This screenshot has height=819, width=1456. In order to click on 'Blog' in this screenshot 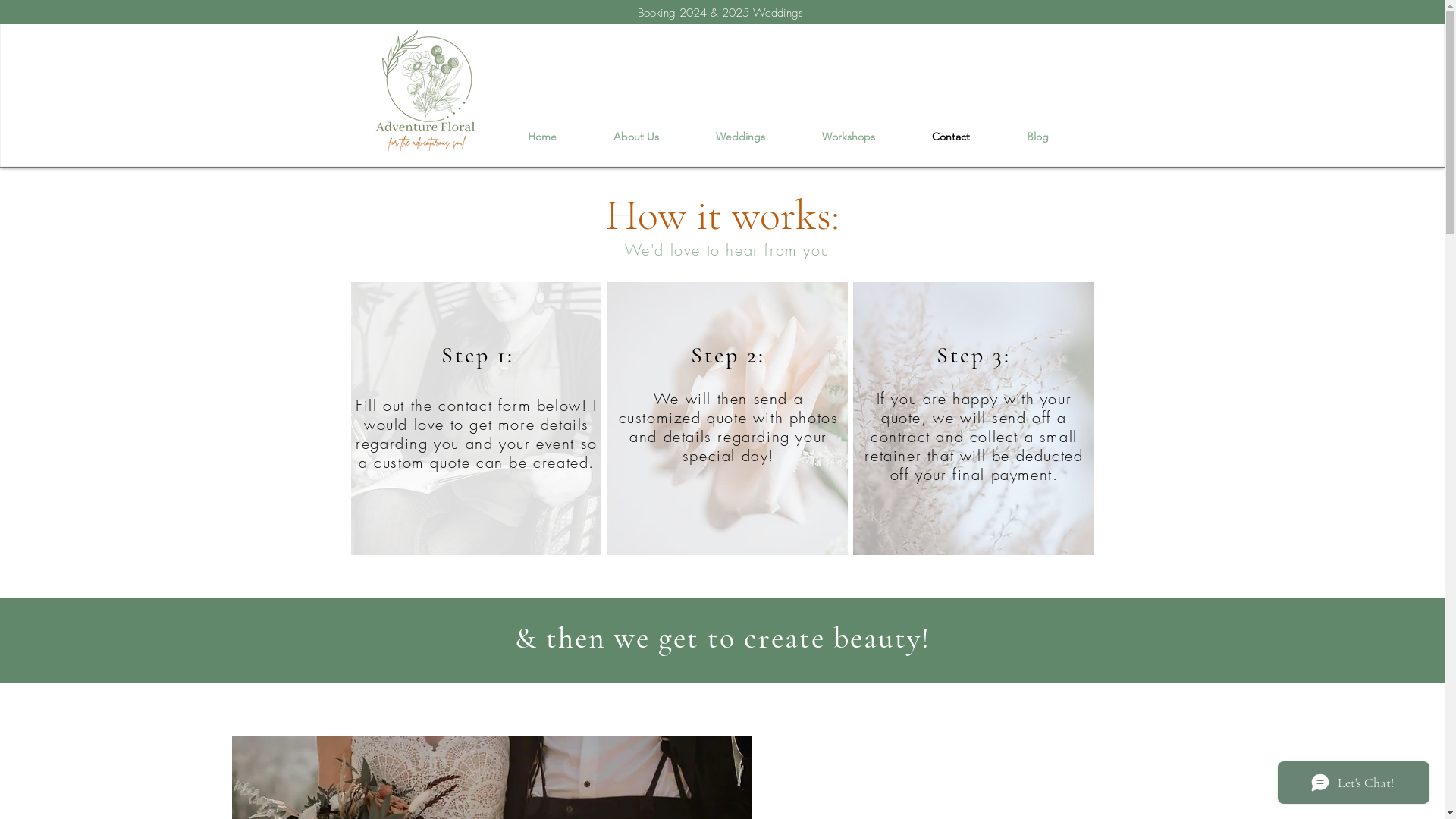, I will do `click(1037, 136)`.